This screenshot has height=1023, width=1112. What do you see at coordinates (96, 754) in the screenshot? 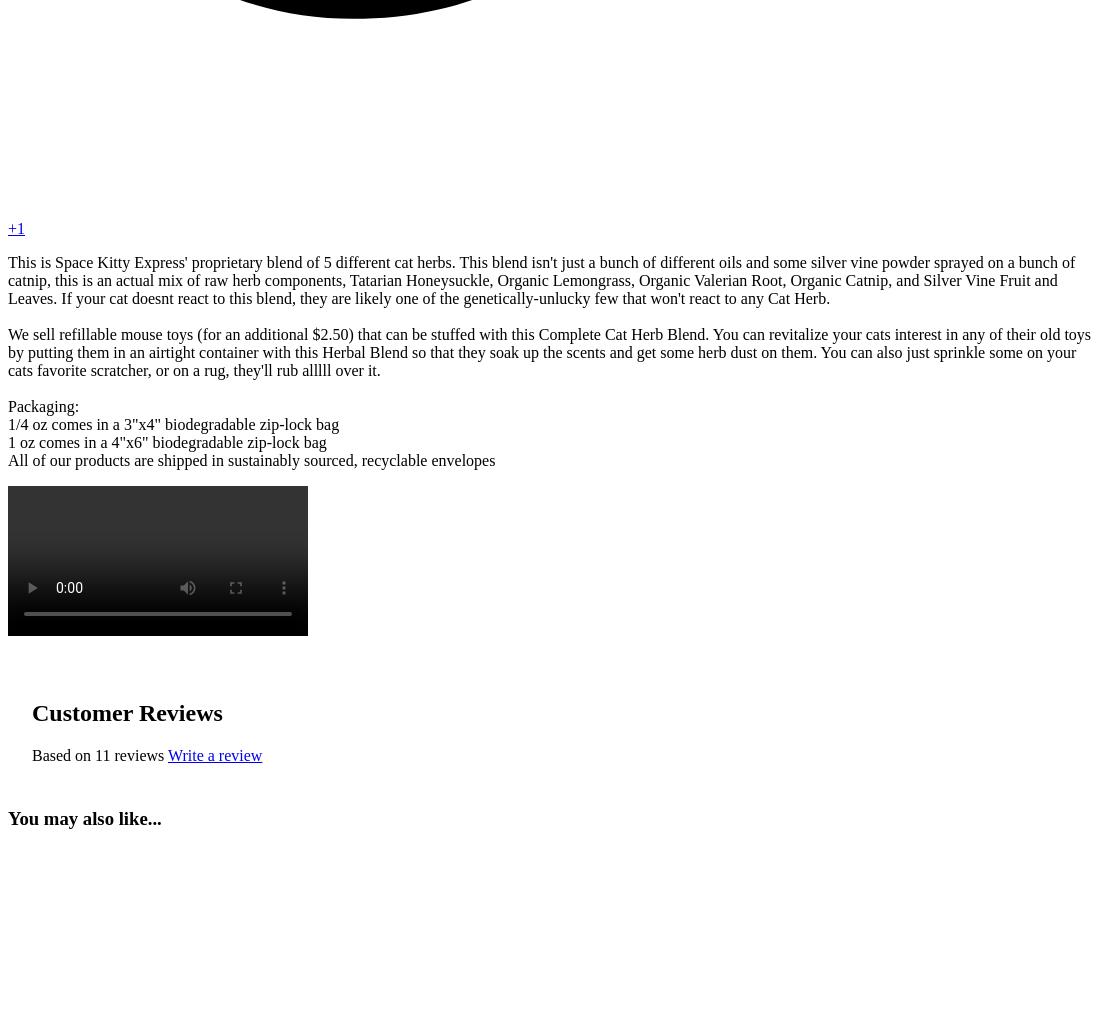
I see `'Based on 11 reviews'` at bounding box center [96, 754].